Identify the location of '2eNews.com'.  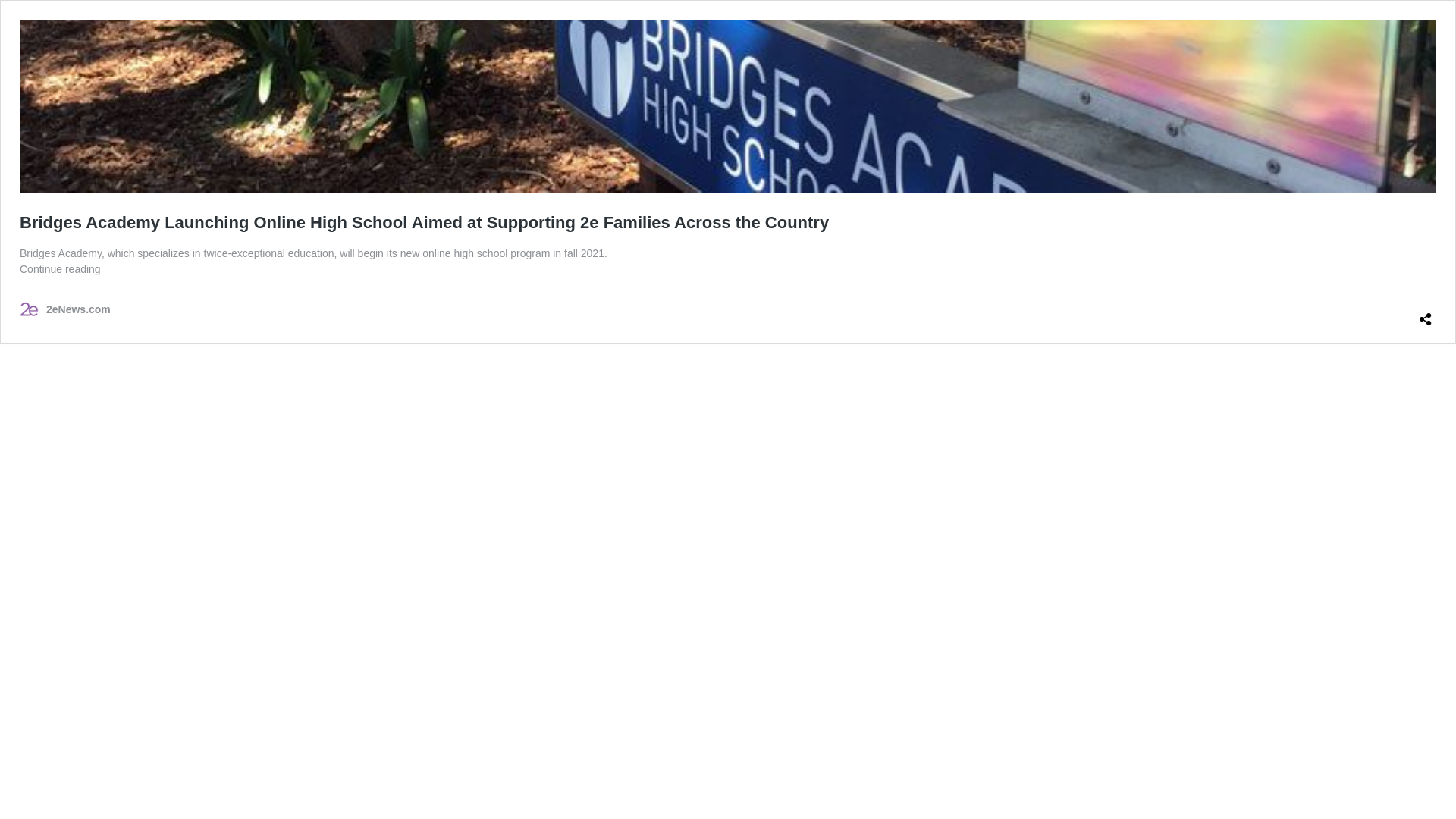
(19, 309).